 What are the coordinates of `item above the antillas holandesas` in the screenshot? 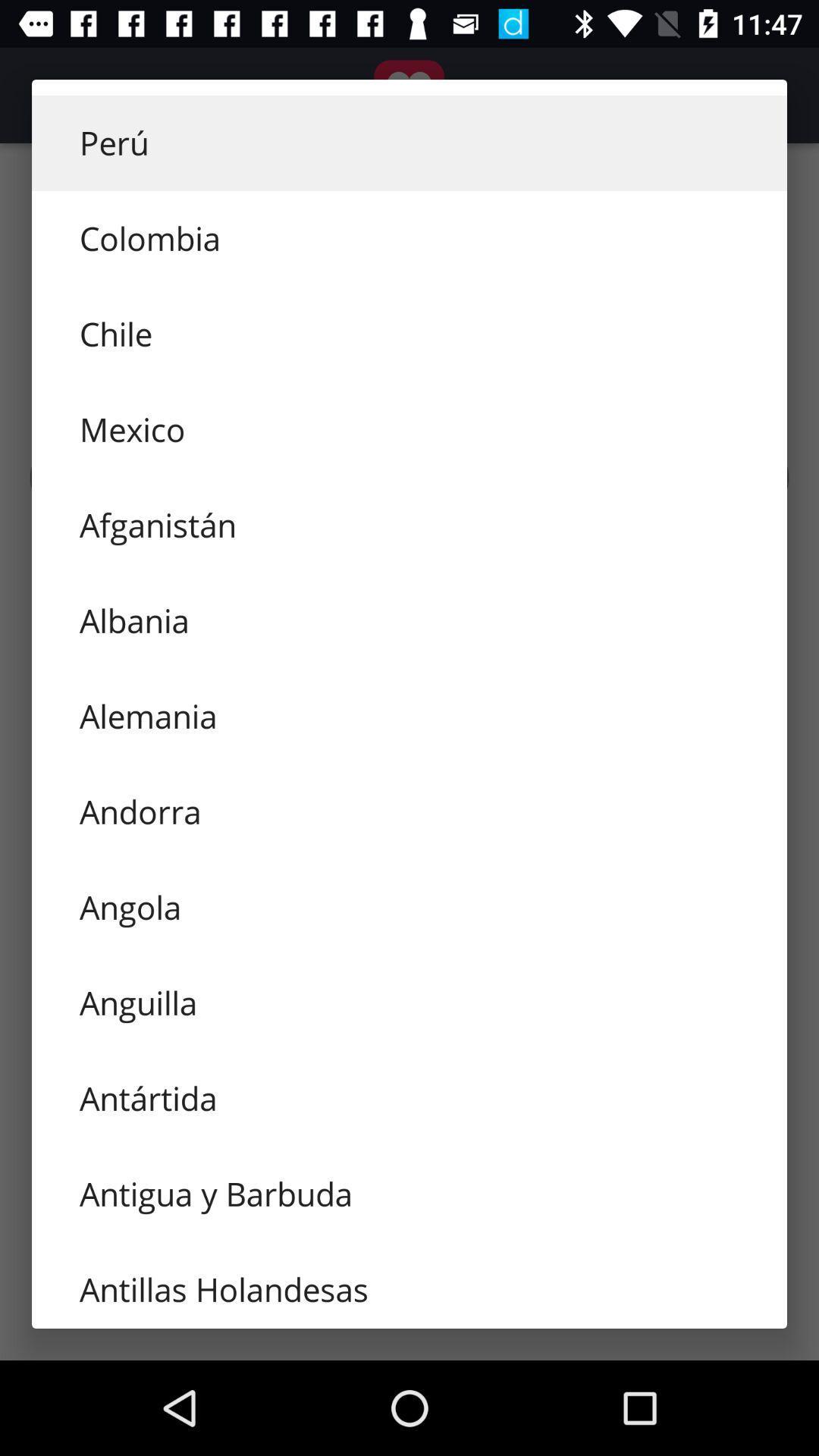 It's located at (409, 1193).